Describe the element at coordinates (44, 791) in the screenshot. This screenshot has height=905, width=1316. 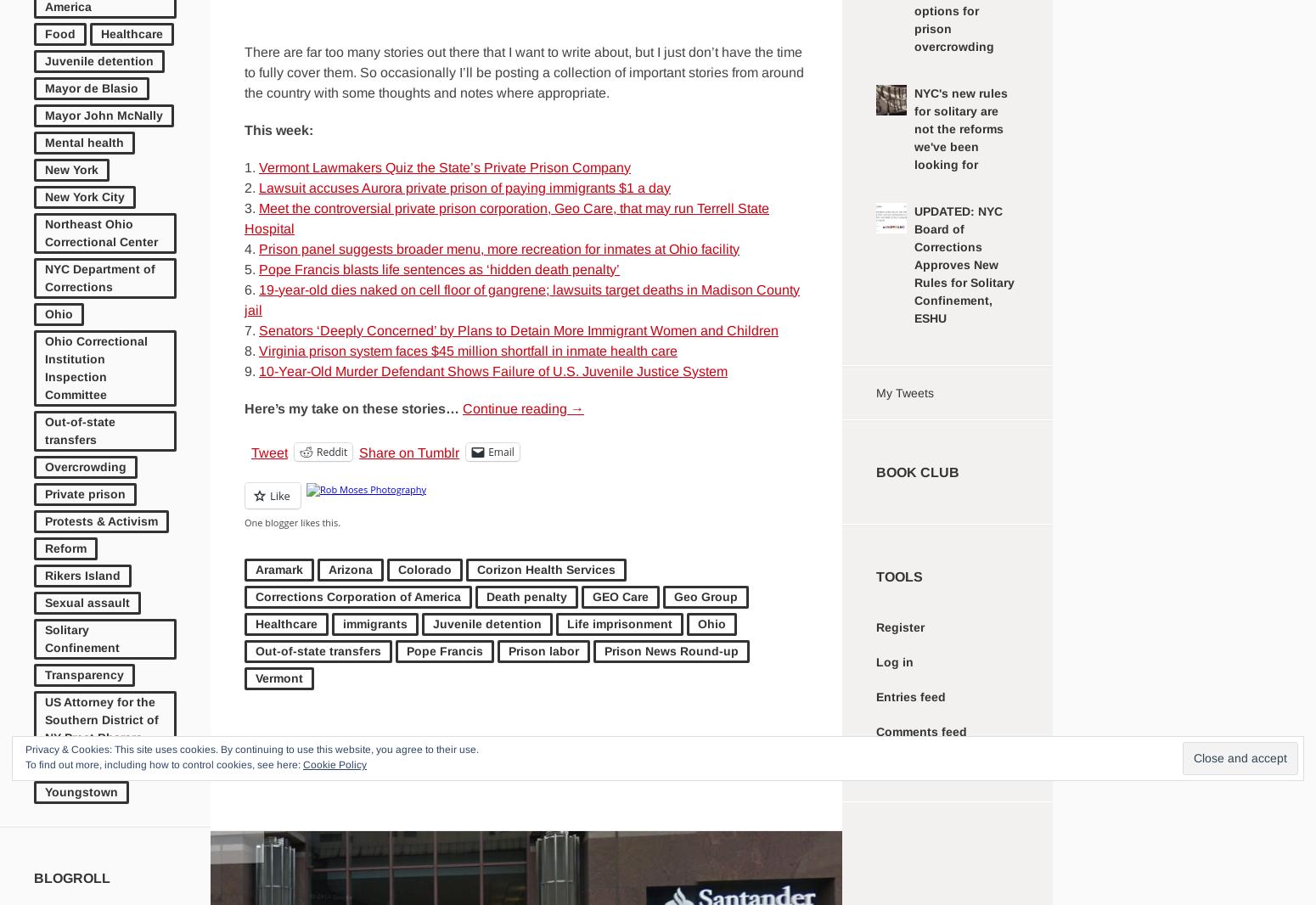
I see `'Youngstown'` at that location.